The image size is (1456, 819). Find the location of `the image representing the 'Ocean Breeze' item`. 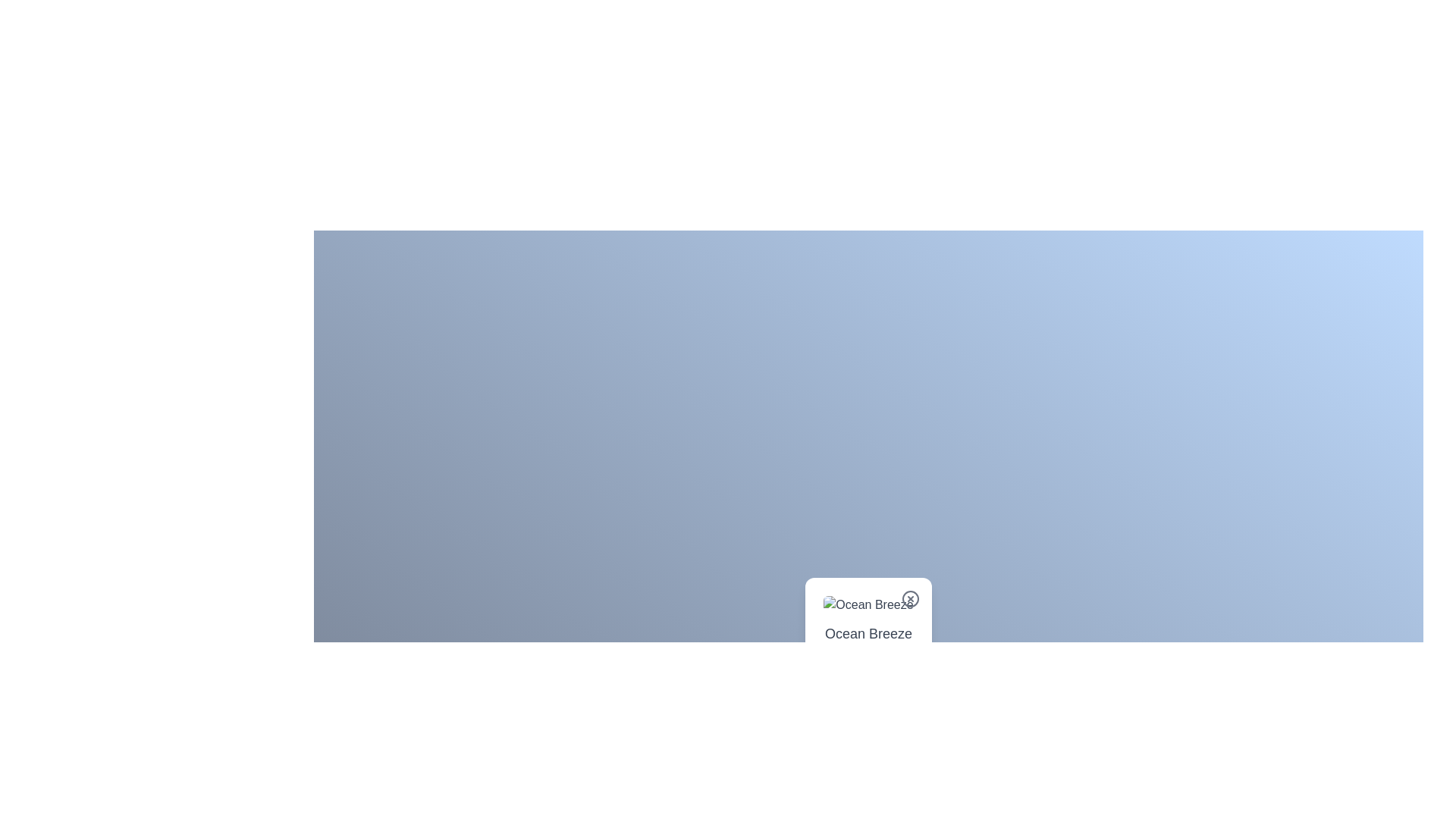

the image representing the 'Ocean Breeze' item is located at coordinates (868, 604).